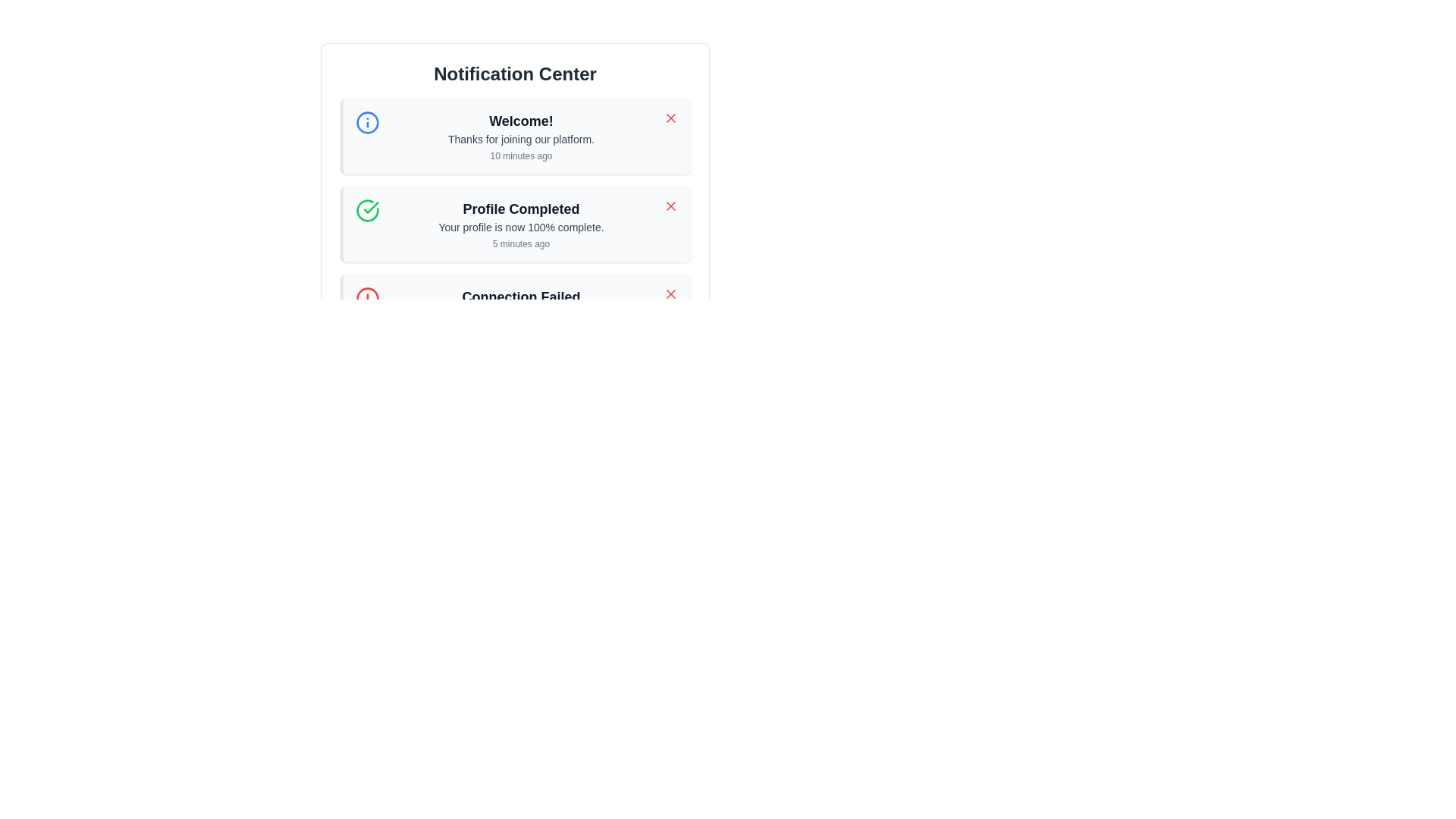  Describe the element at coordinates (521, 227) in the screenshot. I see `the text label displaying 'Your profile is now 100% complete.' which is styled in gray font and located within the notification card` at that location.